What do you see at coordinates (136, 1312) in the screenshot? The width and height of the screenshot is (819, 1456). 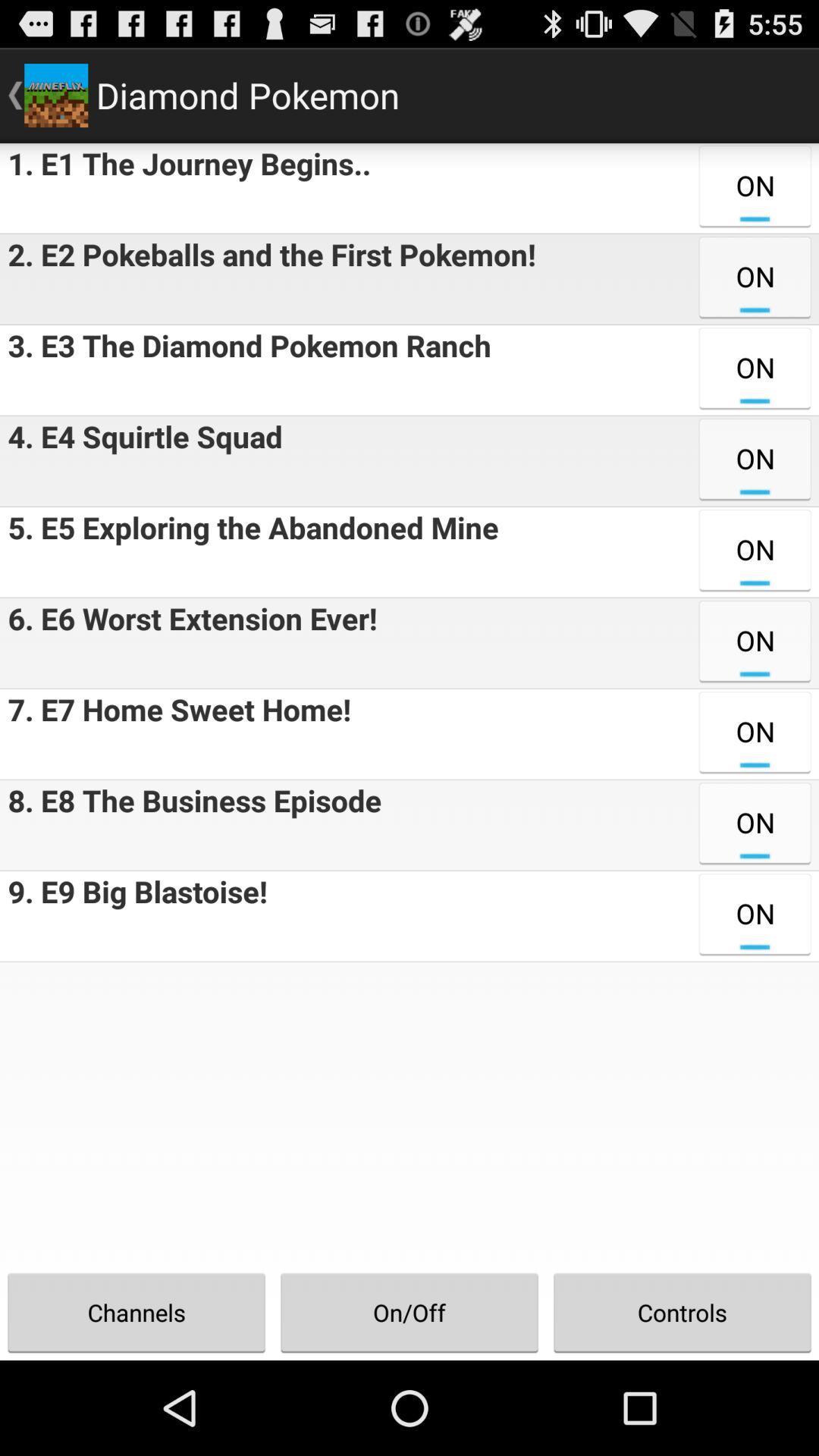 I see `channels at the bottom left corner` at bounding box center [136, 1312].